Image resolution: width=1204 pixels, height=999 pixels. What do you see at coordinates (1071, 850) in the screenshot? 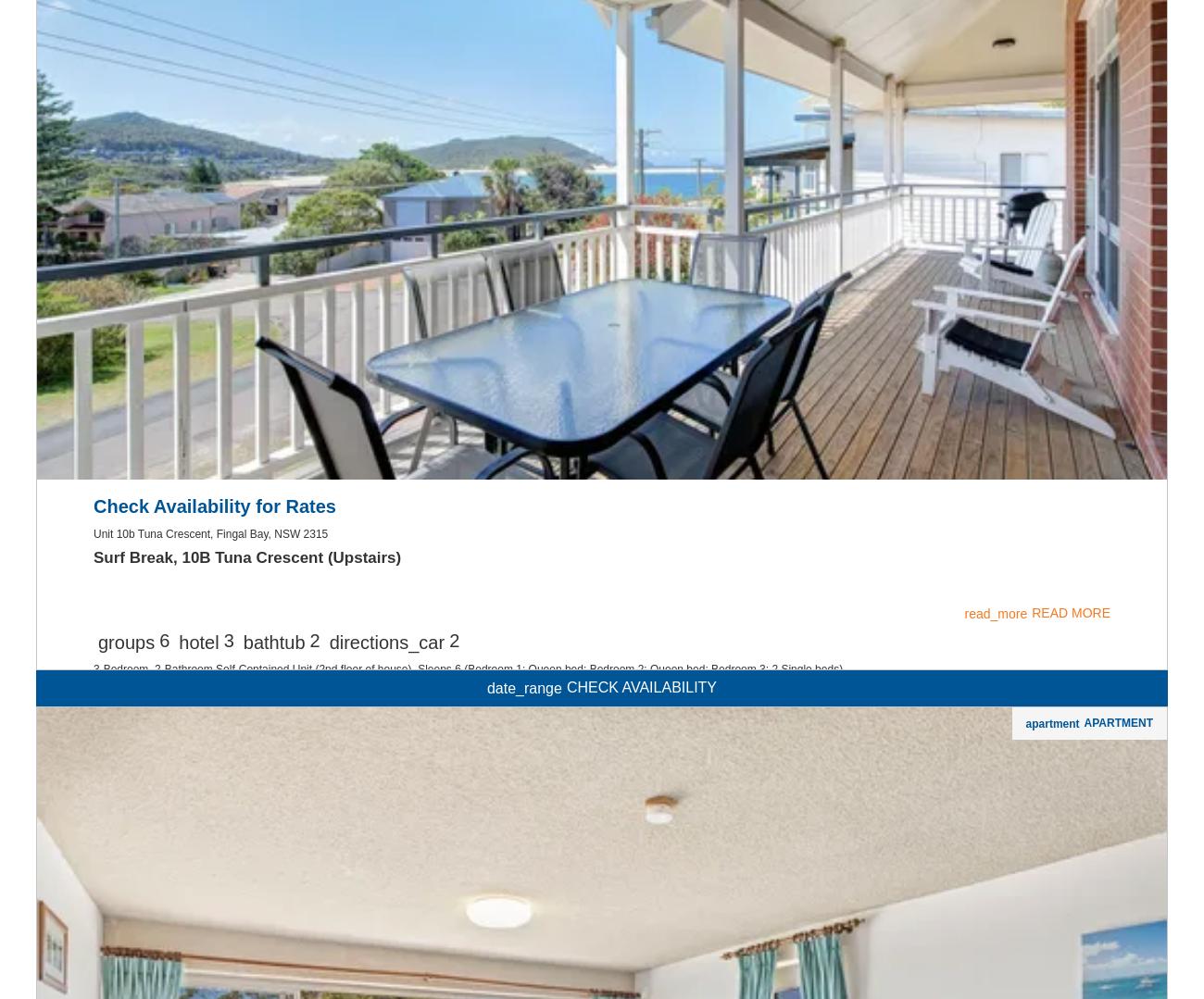
I see `'READ MORE'` at bounding box center [1071, 850].